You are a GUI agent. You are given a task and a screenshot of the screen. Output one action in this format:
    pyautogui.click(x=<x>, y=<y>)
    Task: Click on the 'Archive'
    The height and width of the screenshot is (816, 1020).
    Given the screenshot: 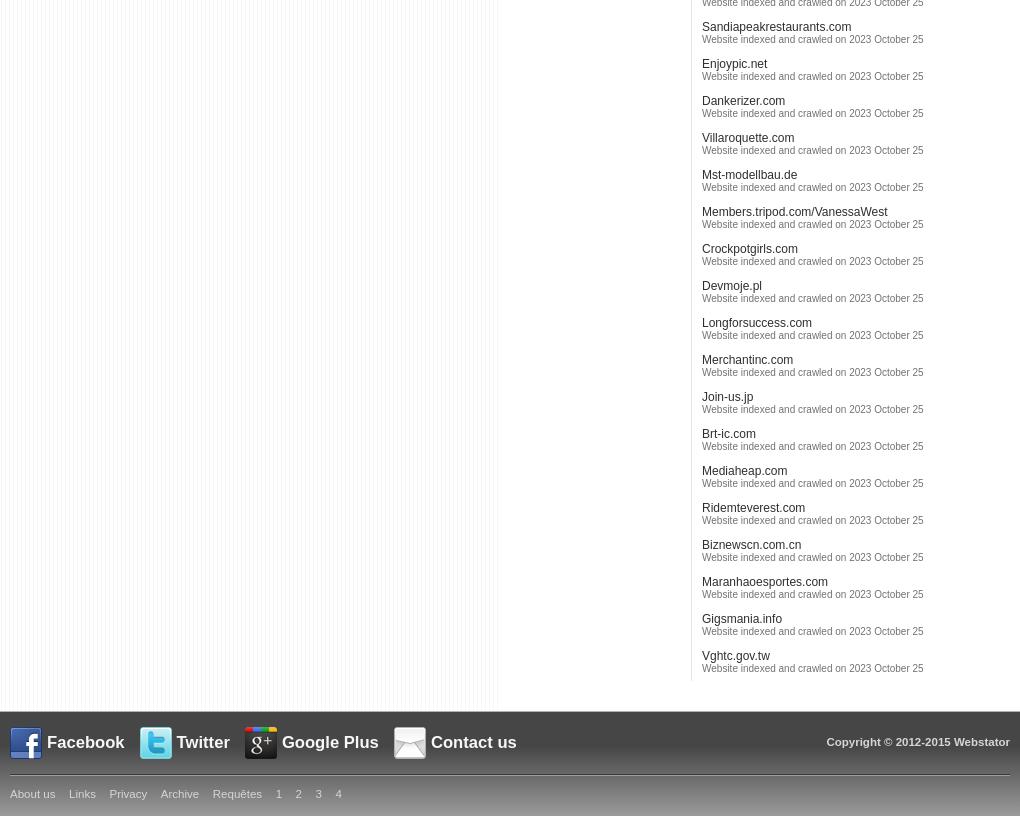 What is the action you would take?
    pyautogui.click(x=178, y=793)
    